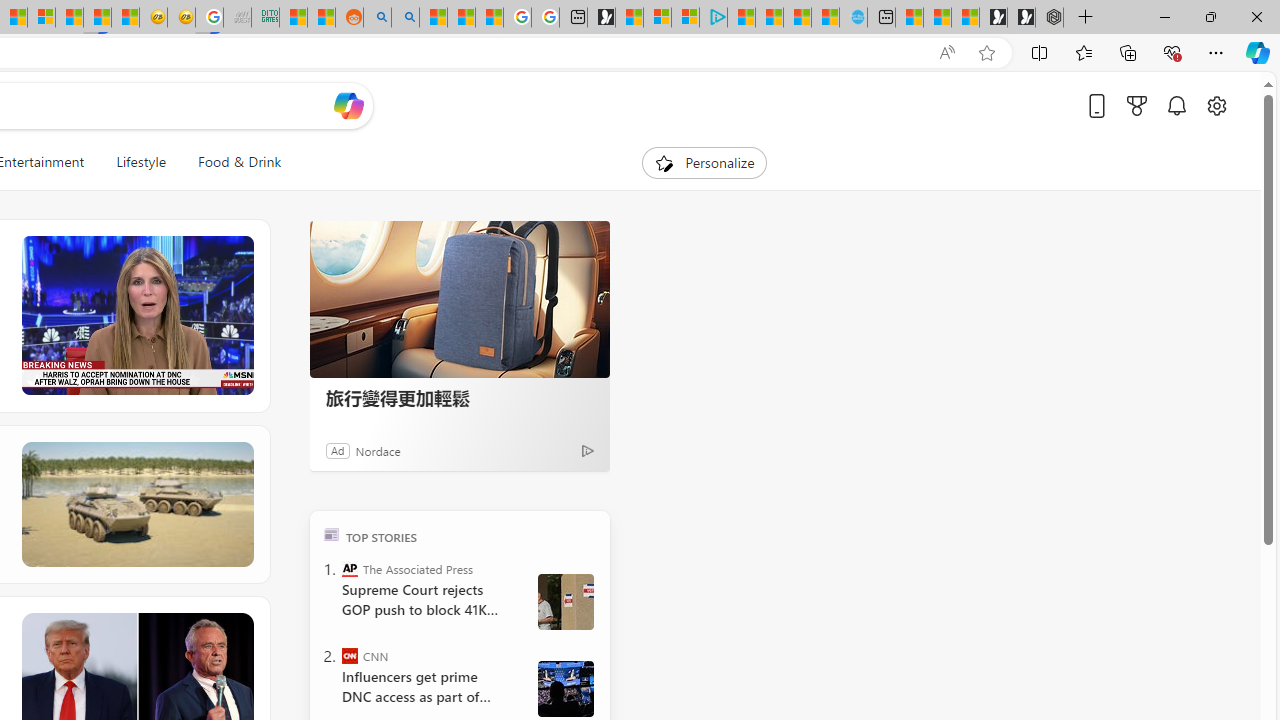  Describe the element at coordinates (292, 17) in the screenshot. I see `'MSNBC - MSN'` at that location.